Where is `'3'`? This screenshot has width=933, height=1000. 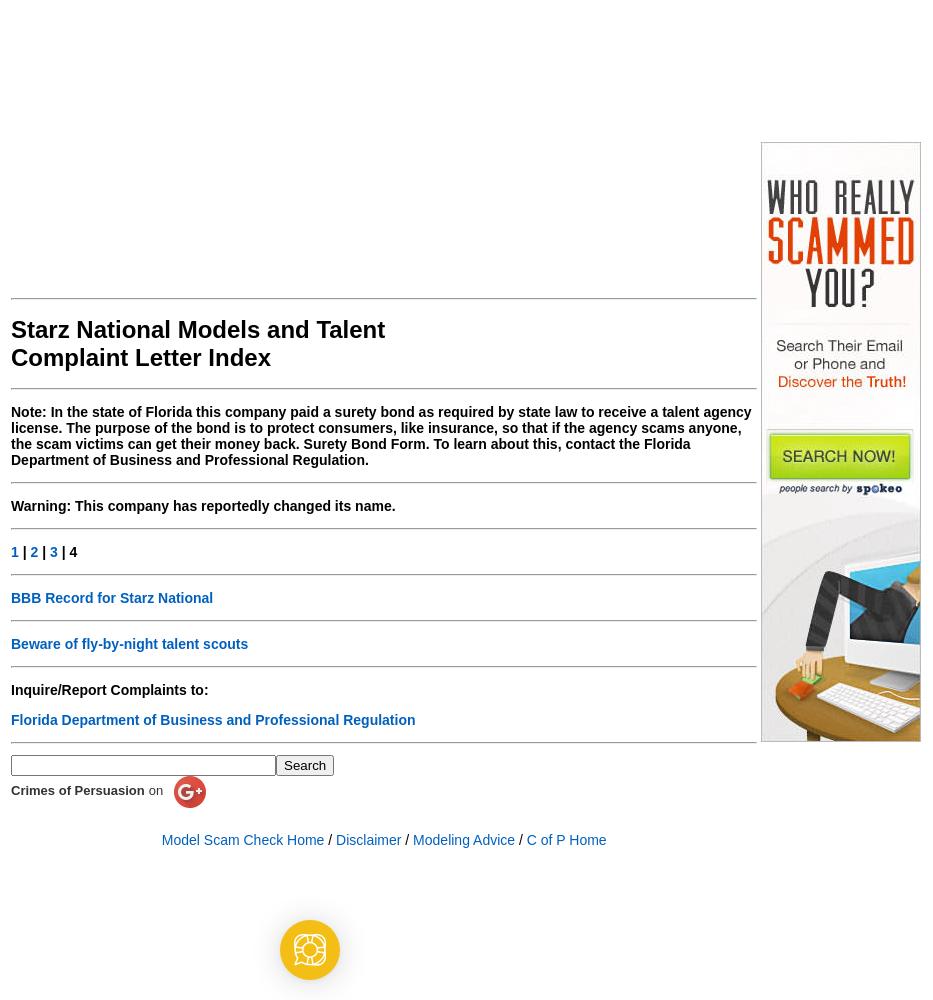
'3' is located at coordinates (53, 552).